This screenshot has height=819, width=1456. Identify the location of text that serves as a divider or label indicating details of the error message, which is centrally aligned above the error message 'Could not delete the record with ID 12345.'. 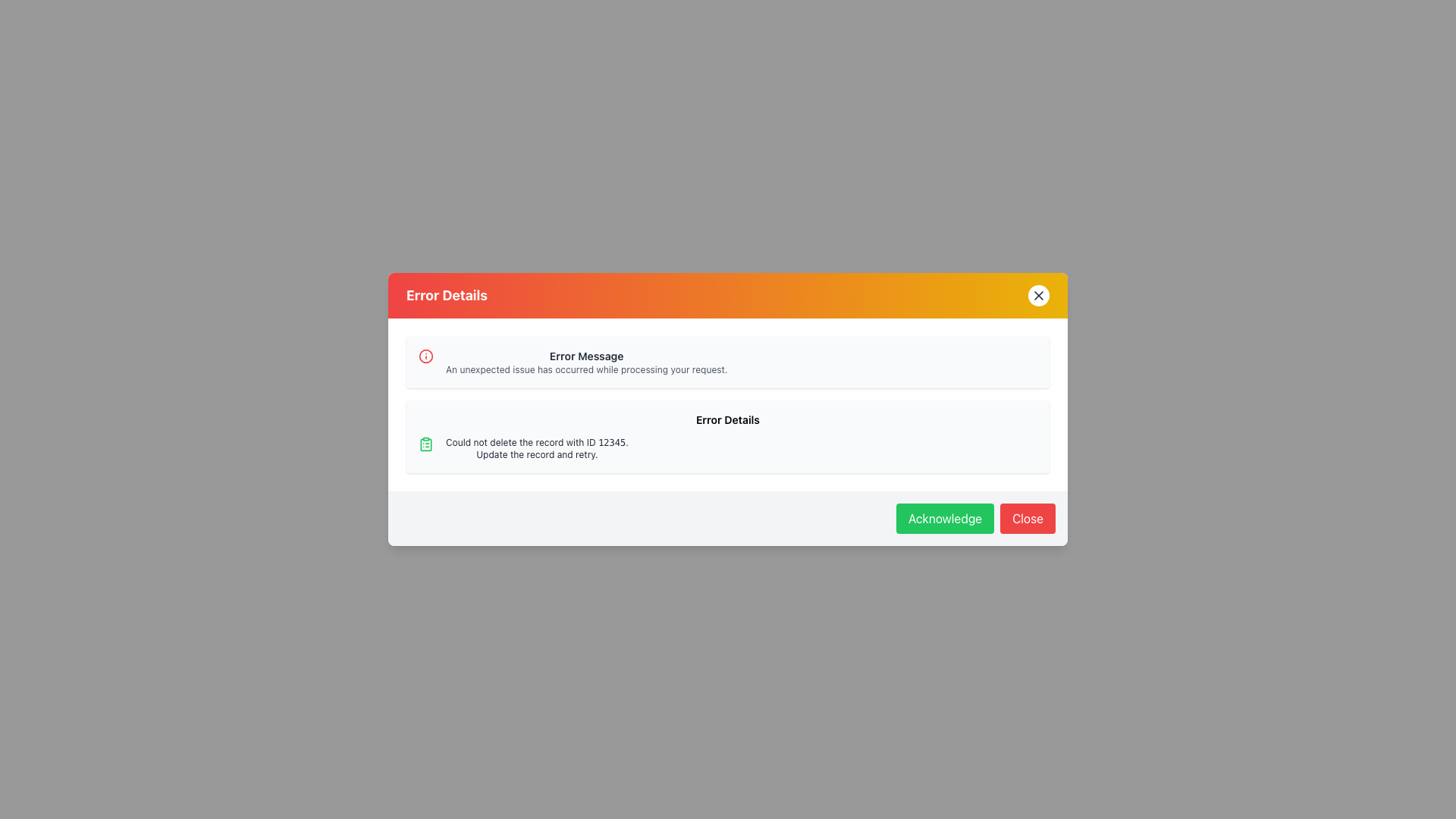
(728, 420).